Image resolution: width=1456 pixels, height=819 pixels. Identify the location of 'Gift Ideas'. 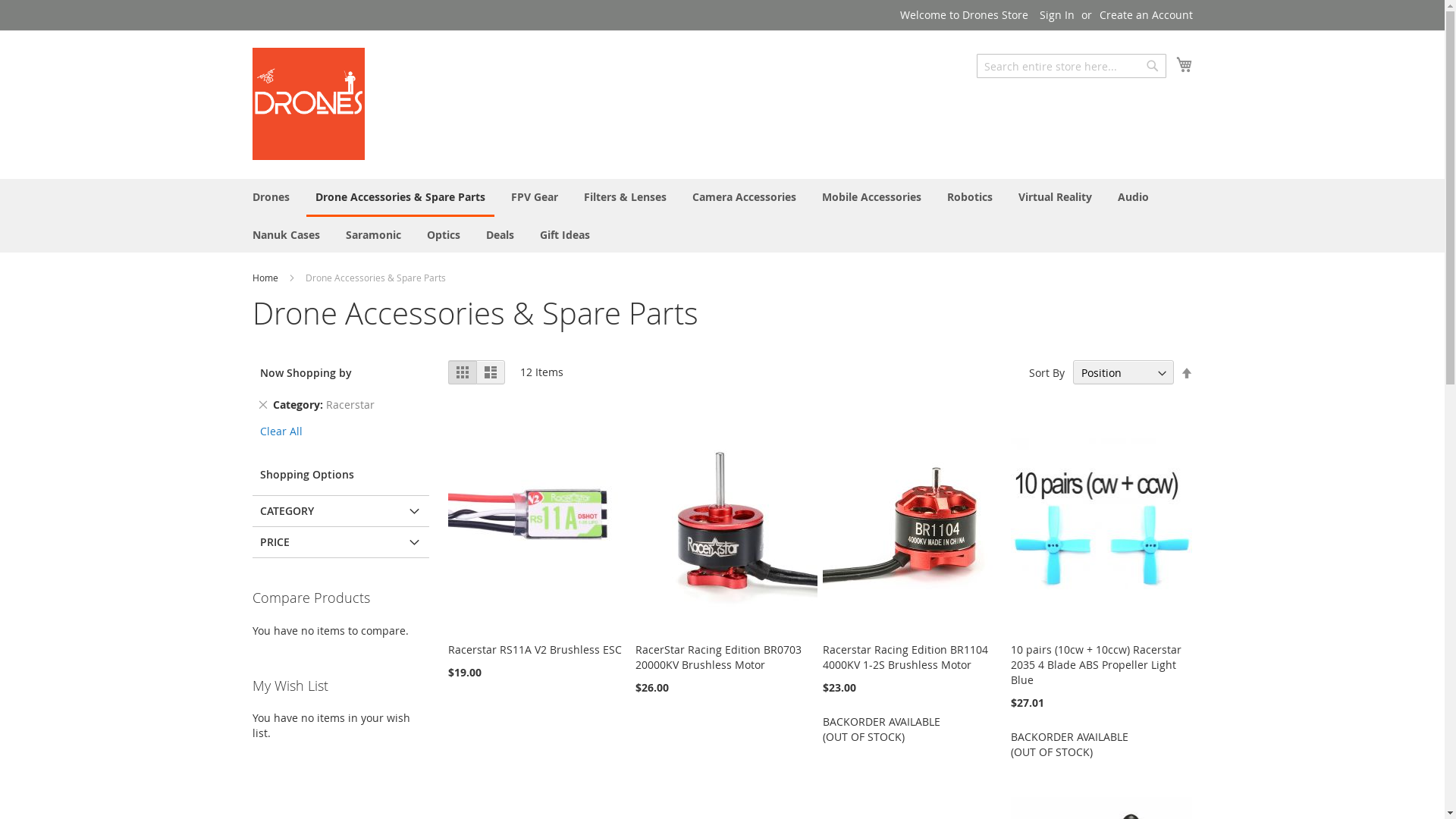
(531, 234).